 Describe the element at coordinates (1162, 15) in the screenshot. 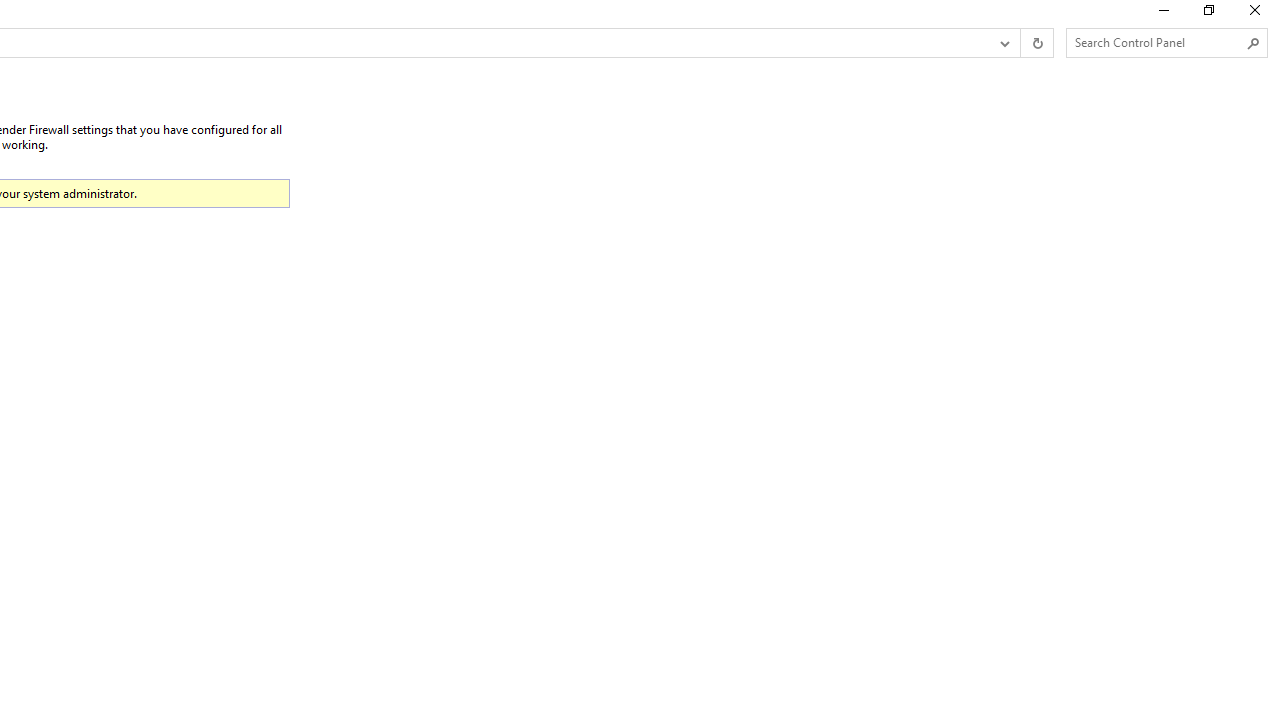

I see `'Minimize'` at that location.